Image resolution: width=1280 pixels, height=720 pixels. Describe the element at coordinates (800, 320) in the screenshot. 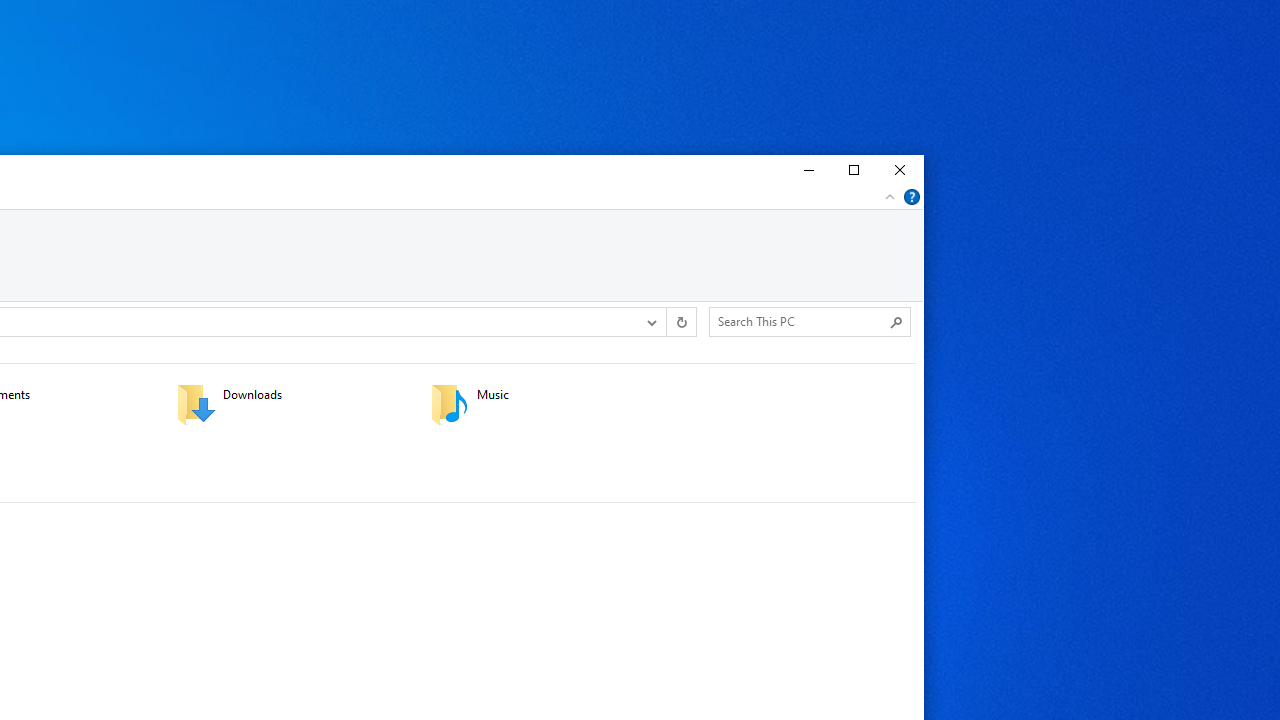

I see `'Search Box'` at that location.